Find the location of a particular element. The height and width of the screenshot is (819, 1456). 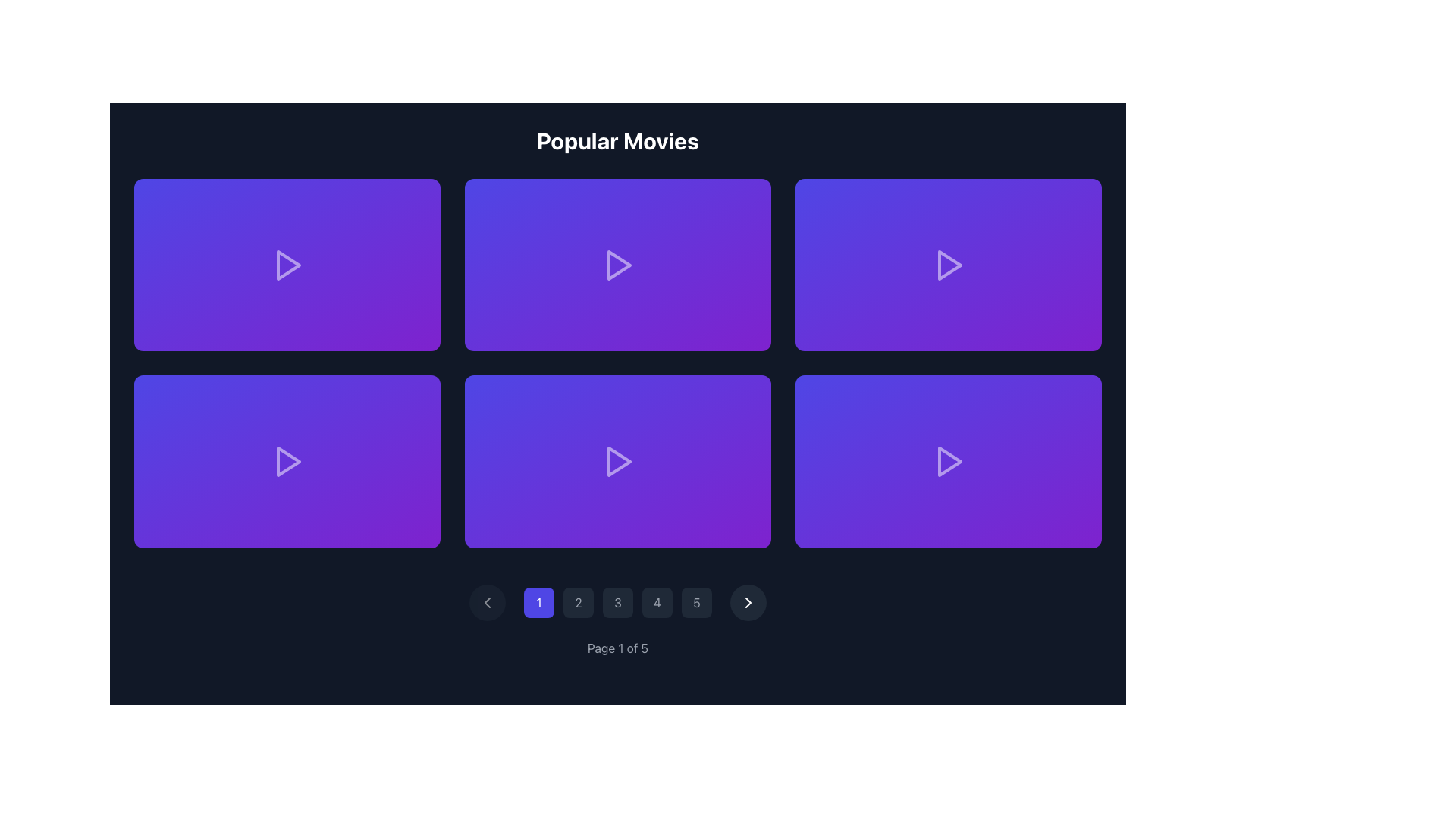

the title text element located at the top-center of the content section, which introduces the grid of media items or movies is located at coordinates (618, 140).